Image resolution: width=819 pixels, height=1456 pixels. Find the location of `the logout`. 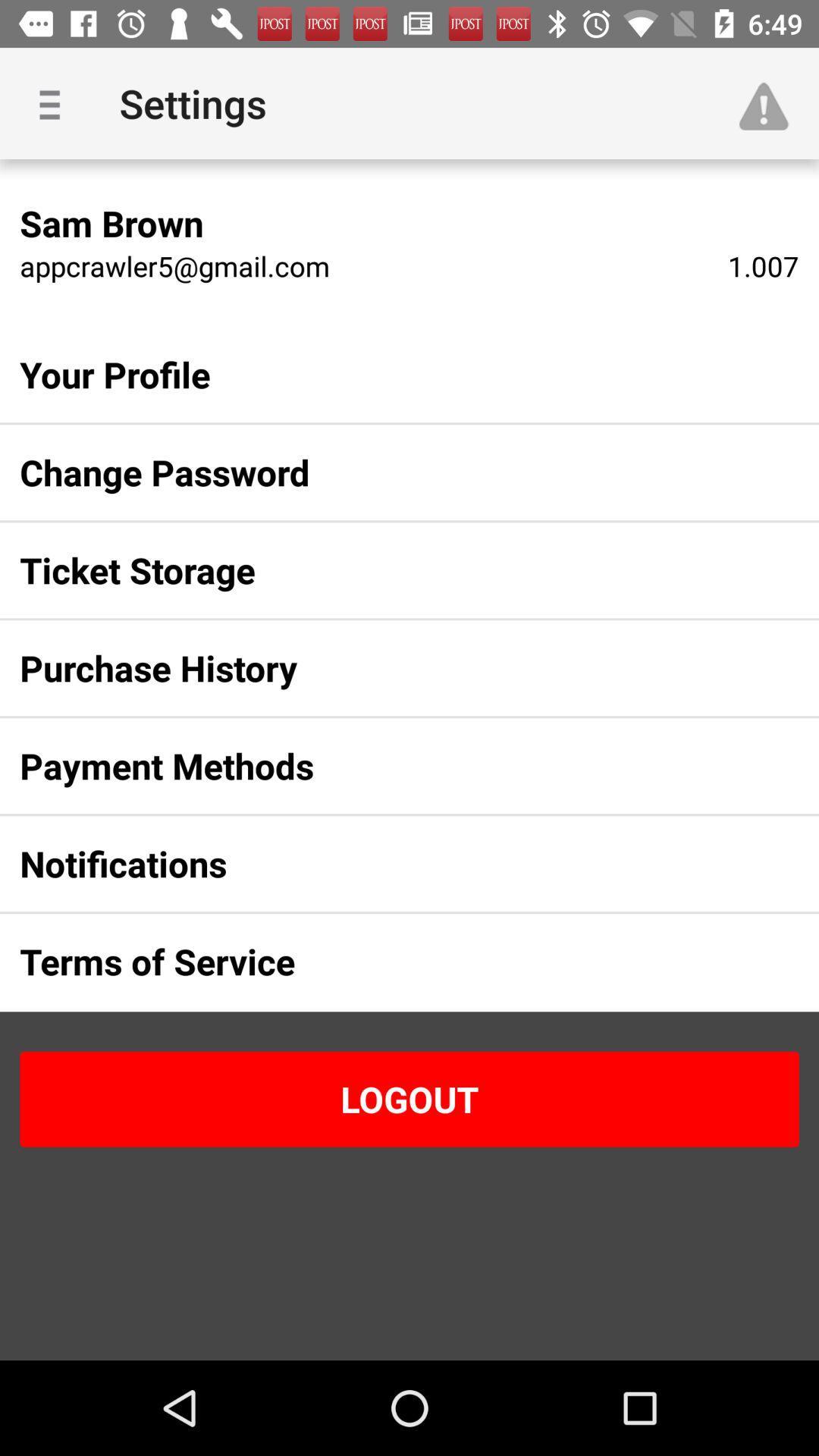

the logout is located at coordinates (409, 1099).